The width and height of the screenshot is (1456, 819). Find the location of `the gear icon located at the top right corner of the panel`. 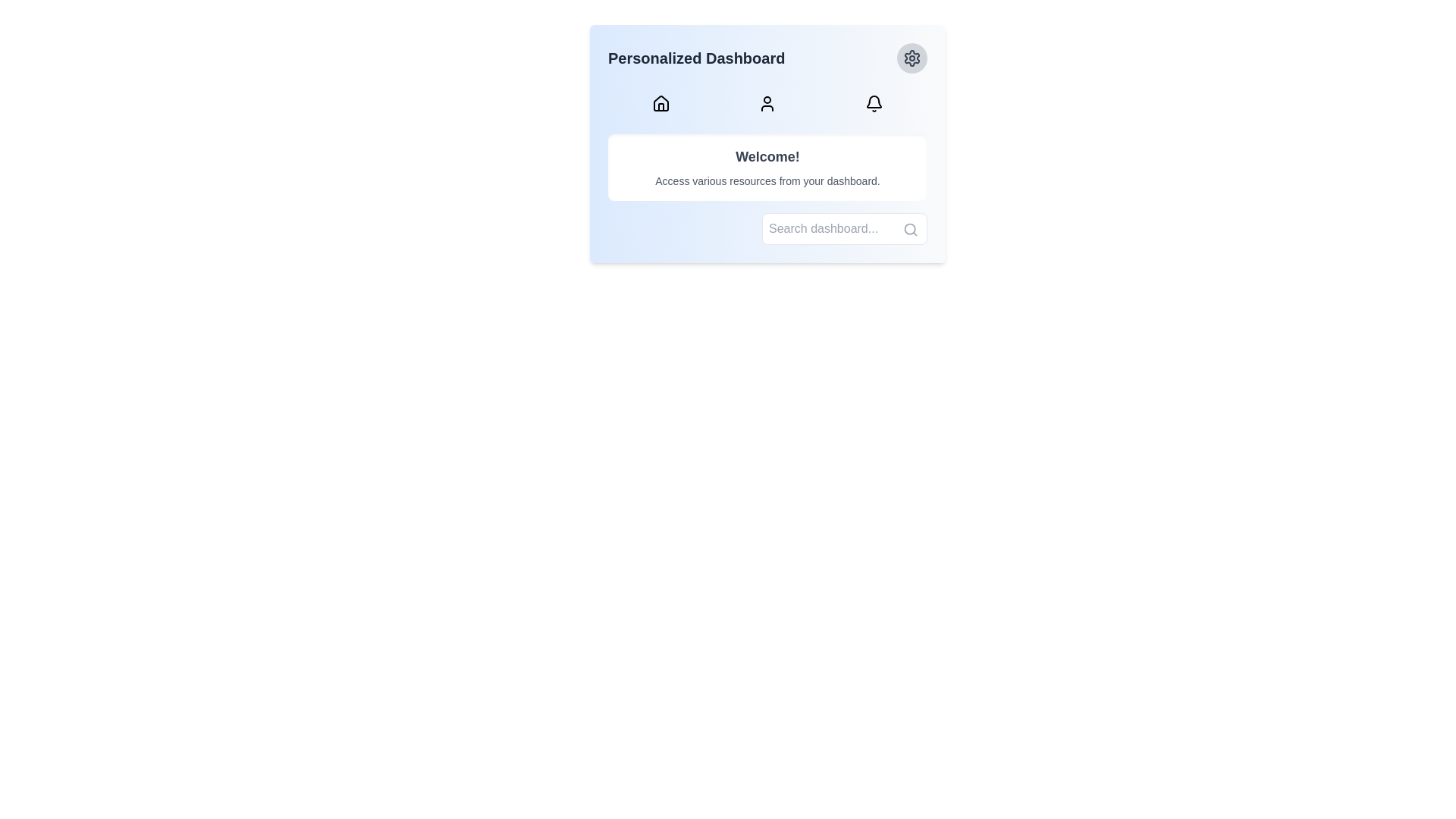

the gear icon located at the top right corner of the panel is located at coordinates (912, 58).